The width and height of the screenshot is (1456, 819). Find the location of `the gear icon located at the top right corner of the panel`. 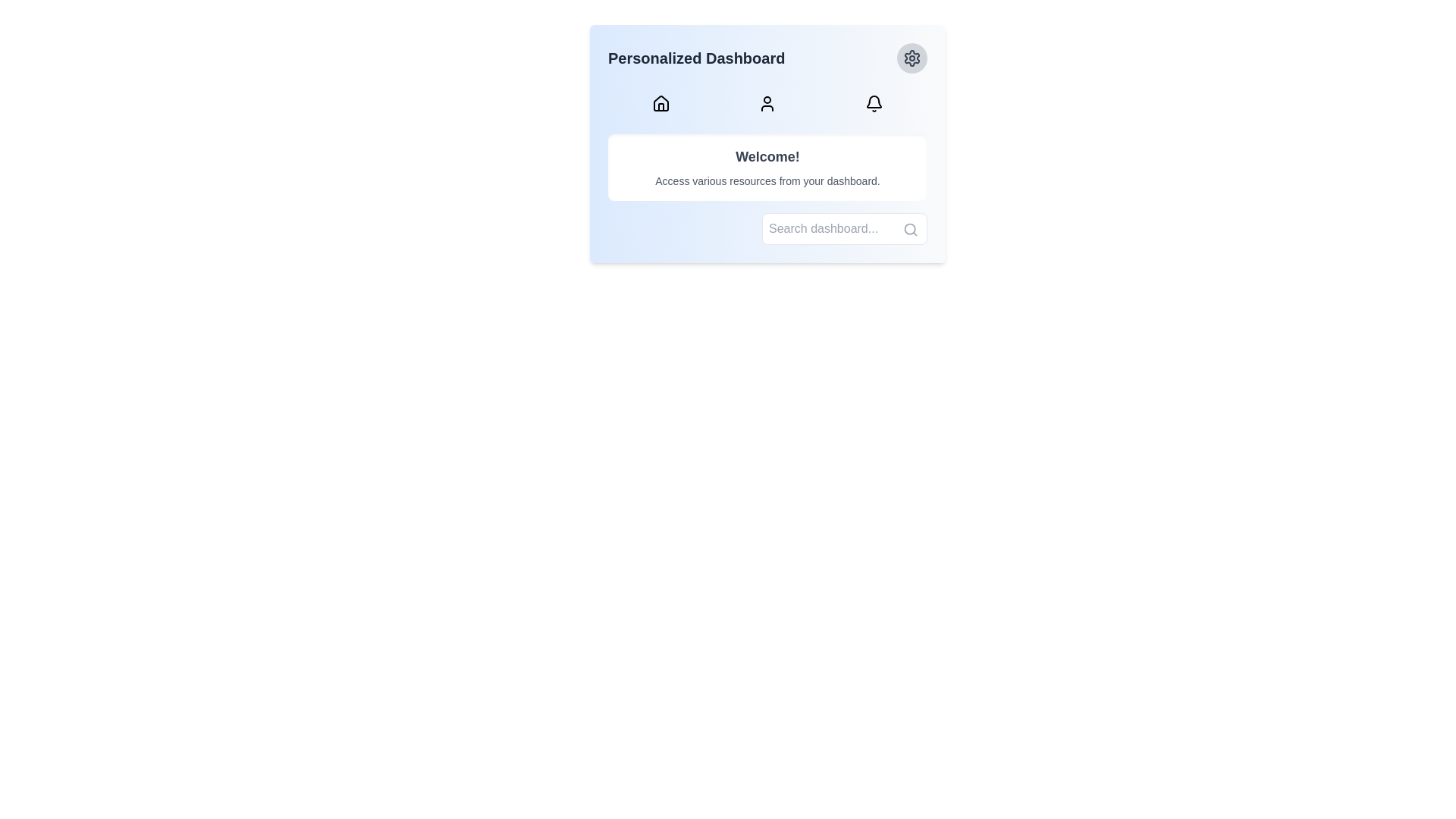

the gear icon located at the top right corner of the panel is located at coordinates (912, 58).